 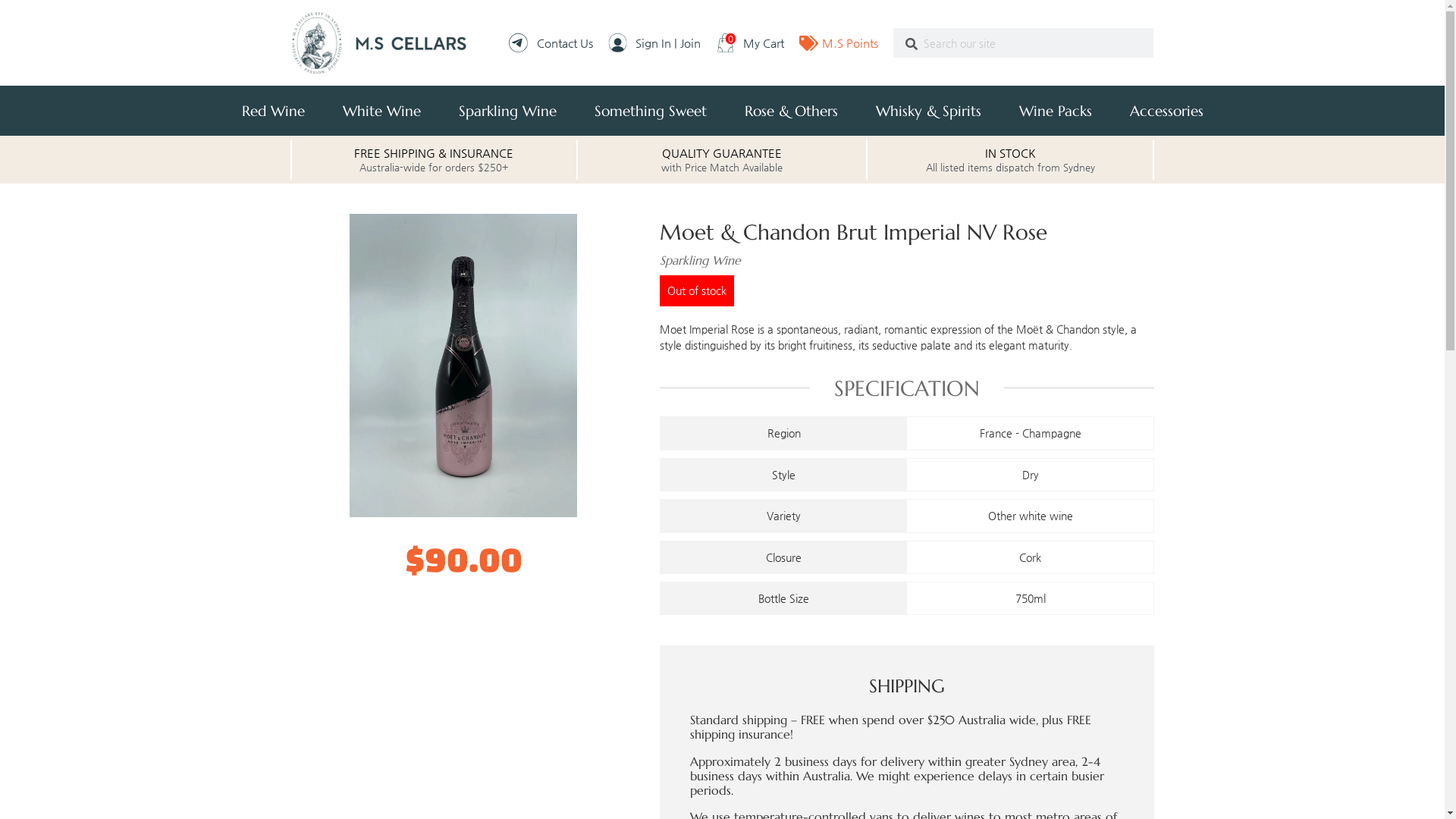 What do you see at coordinates (715, 42) in the screenshot?
I see `'My Cart'` at bounding box center [715, 42].